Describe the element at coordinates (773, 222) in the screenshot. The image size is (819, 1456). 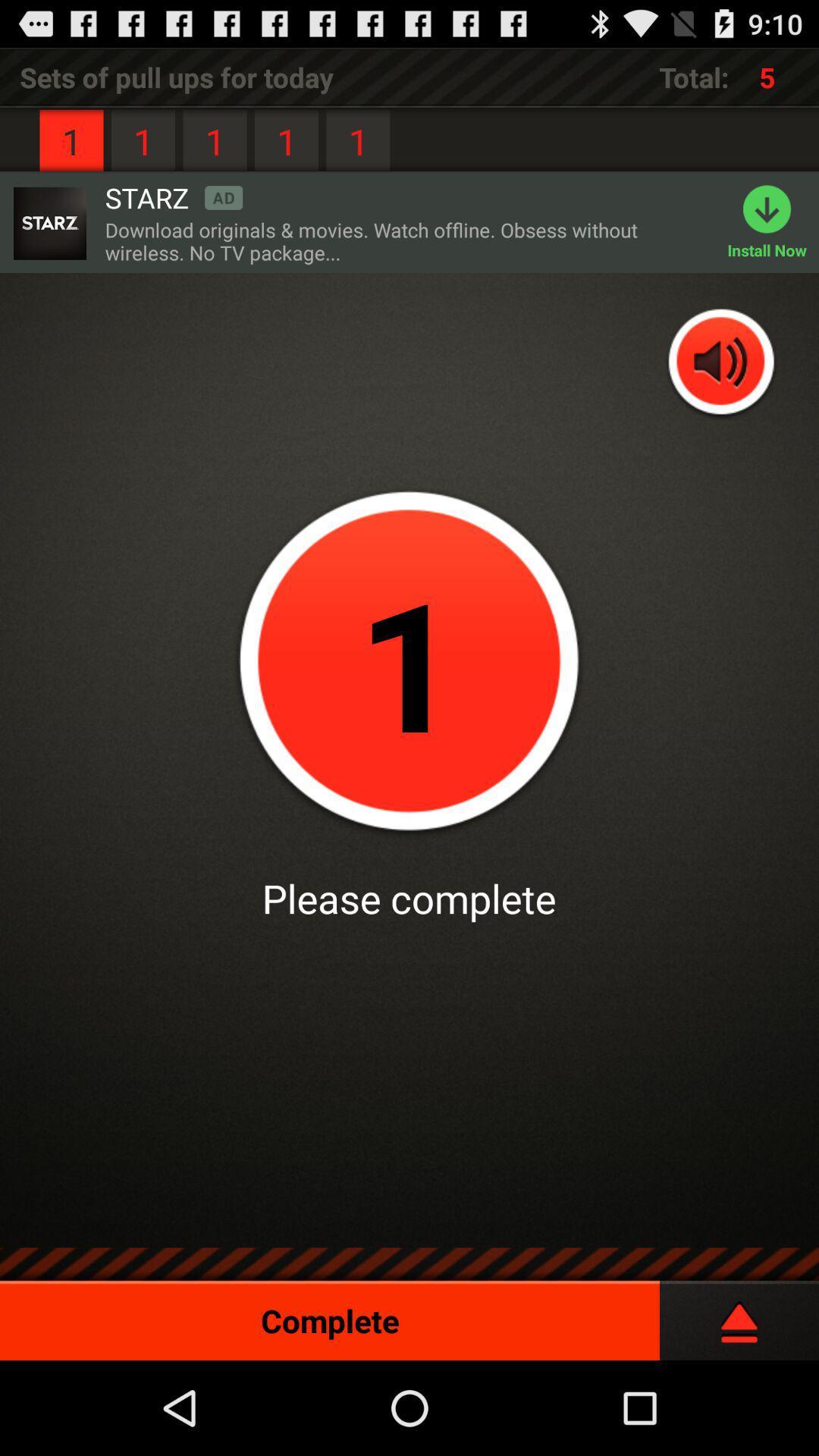
I see `the item to the right of download originals movies icon` at that location.